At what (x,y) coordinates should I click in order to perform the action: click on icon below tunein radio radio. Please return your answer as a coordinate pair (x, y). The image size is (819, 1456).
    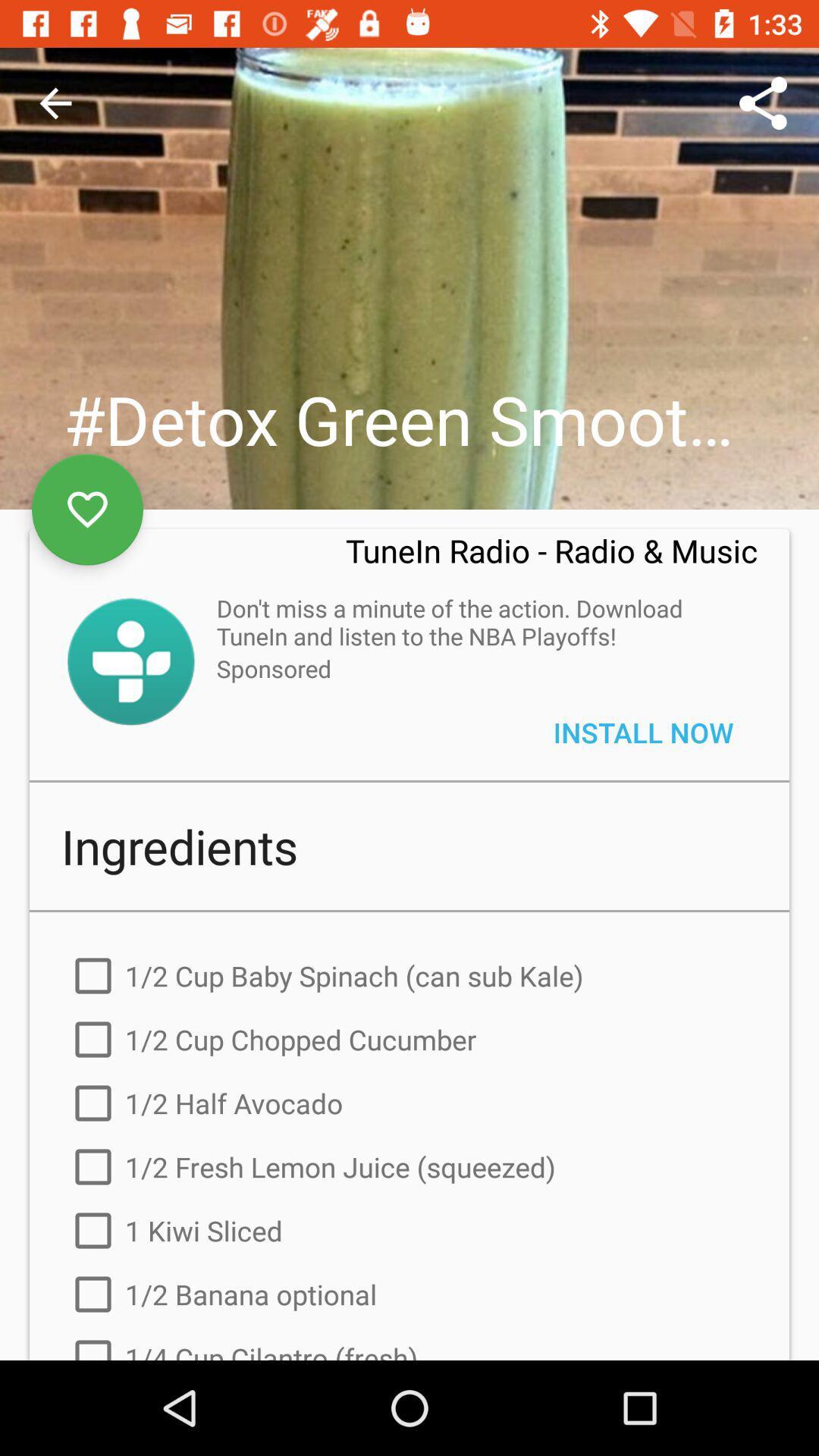
    Looking at the image, I should click on (479, 622).